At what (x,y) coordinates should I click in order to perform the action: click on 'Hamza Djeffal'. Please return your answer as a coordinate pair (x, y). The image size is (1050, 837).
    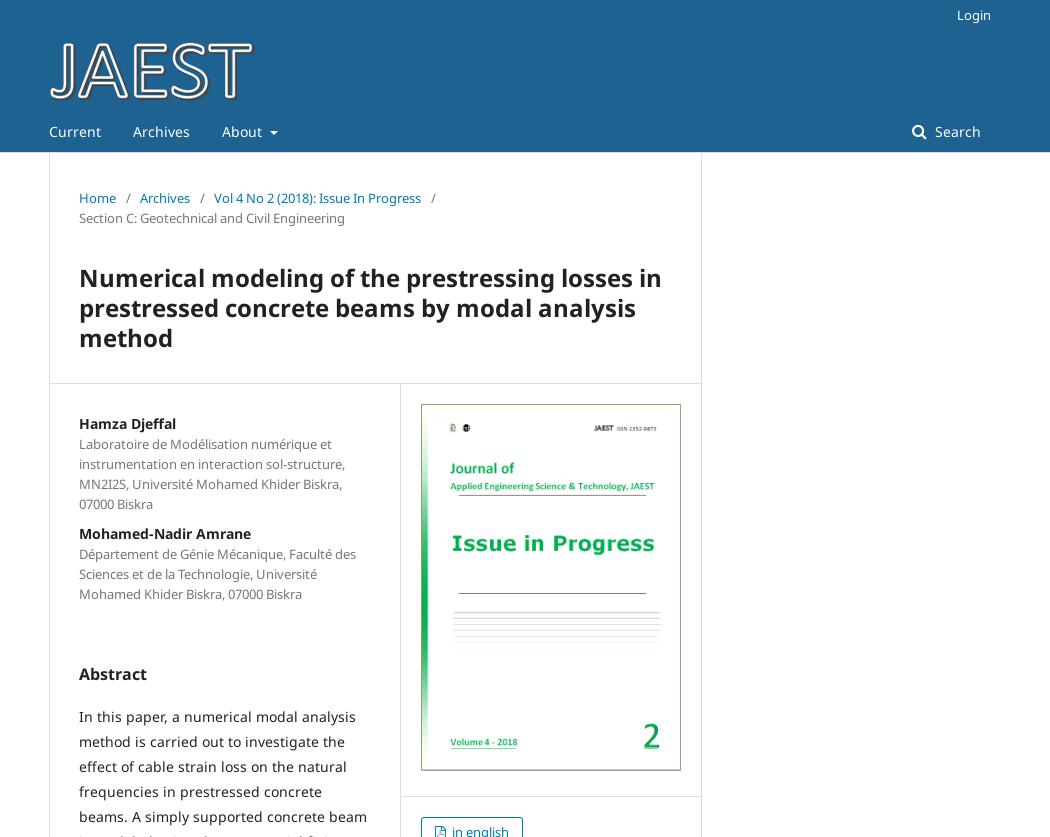
    Looking at the image, I should click on (126, 422).